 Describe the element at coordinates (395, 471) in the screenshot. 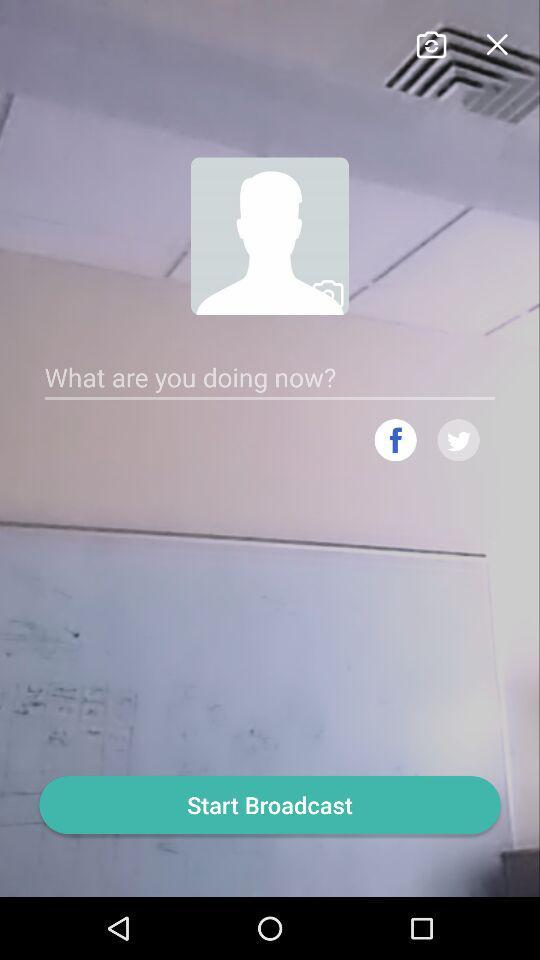

I see `the facebook icon` at that location.